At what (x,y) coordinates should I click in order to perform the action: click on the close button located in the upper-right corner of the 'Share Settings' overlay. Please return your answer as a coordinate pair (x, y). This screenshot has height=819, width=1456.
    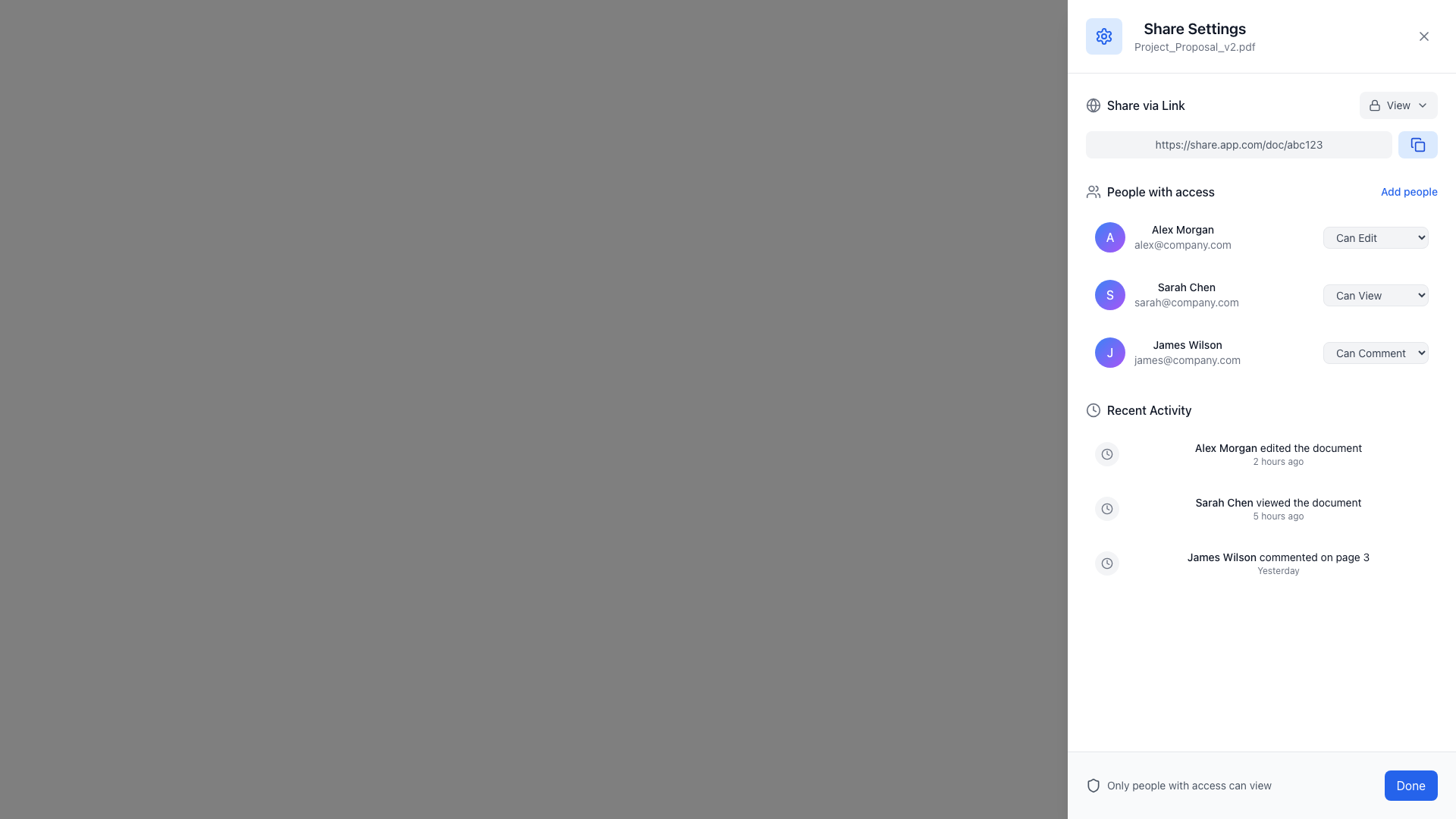
    Looking at the image, I should click on (1423, 35).